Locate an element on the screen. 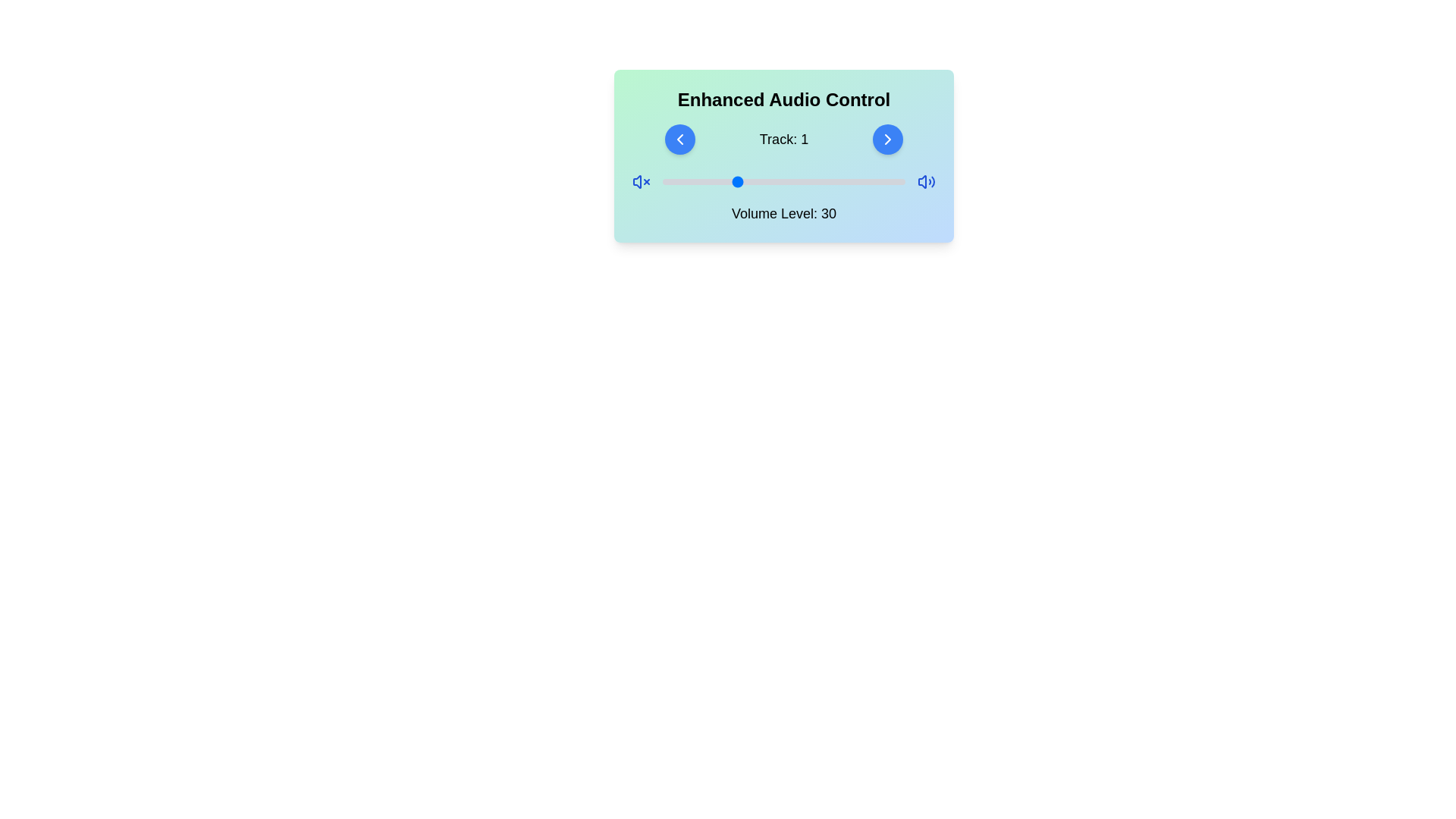 The height and width of the screenshot is (819, 1456). the volume slider to set the volume to 88% is located at coordinates (876, 180).